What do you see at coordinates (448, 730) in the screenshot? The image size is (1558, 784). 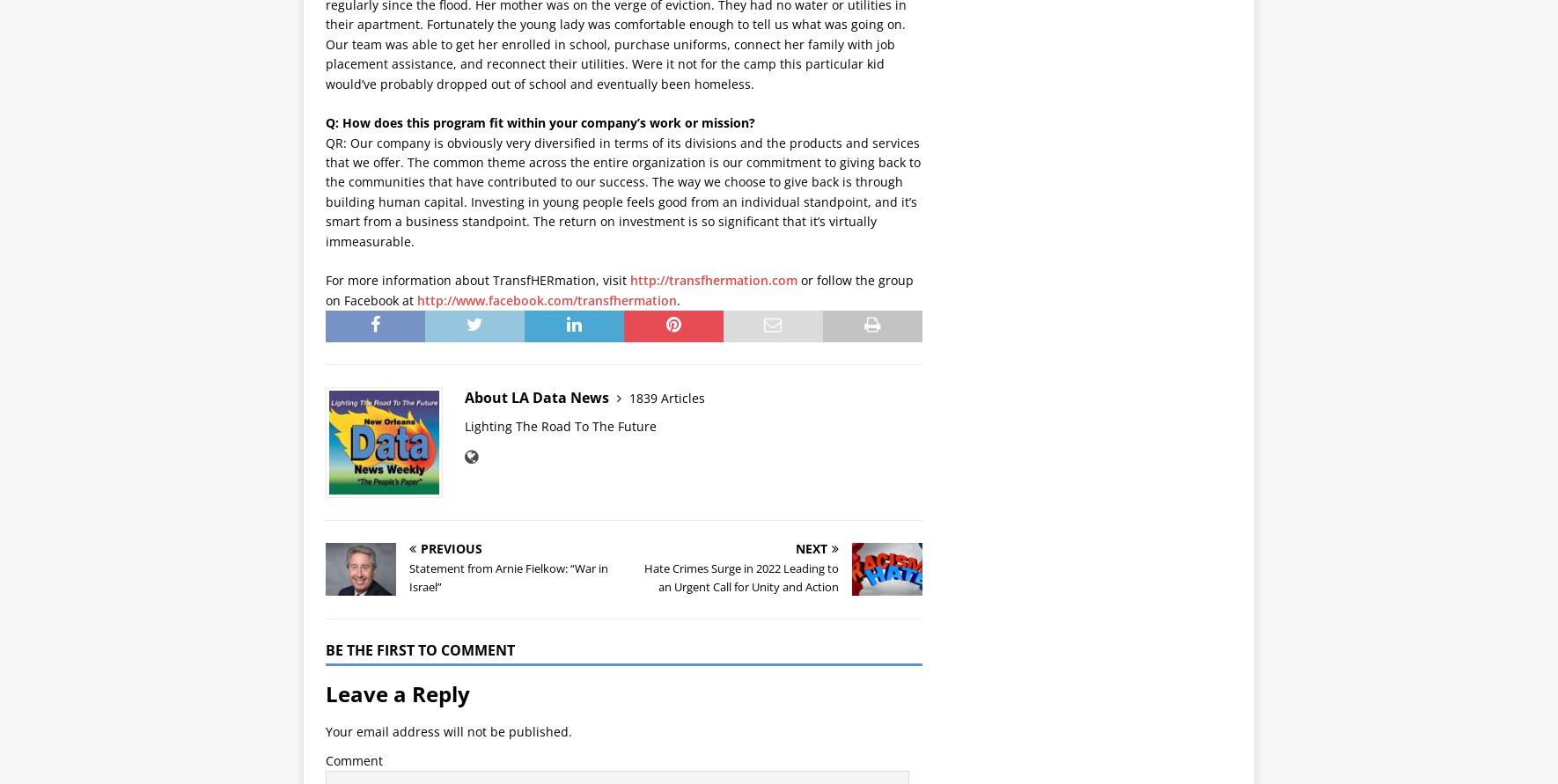 I see `'Your email address will not be published.'` at bounding box center [448, 730].